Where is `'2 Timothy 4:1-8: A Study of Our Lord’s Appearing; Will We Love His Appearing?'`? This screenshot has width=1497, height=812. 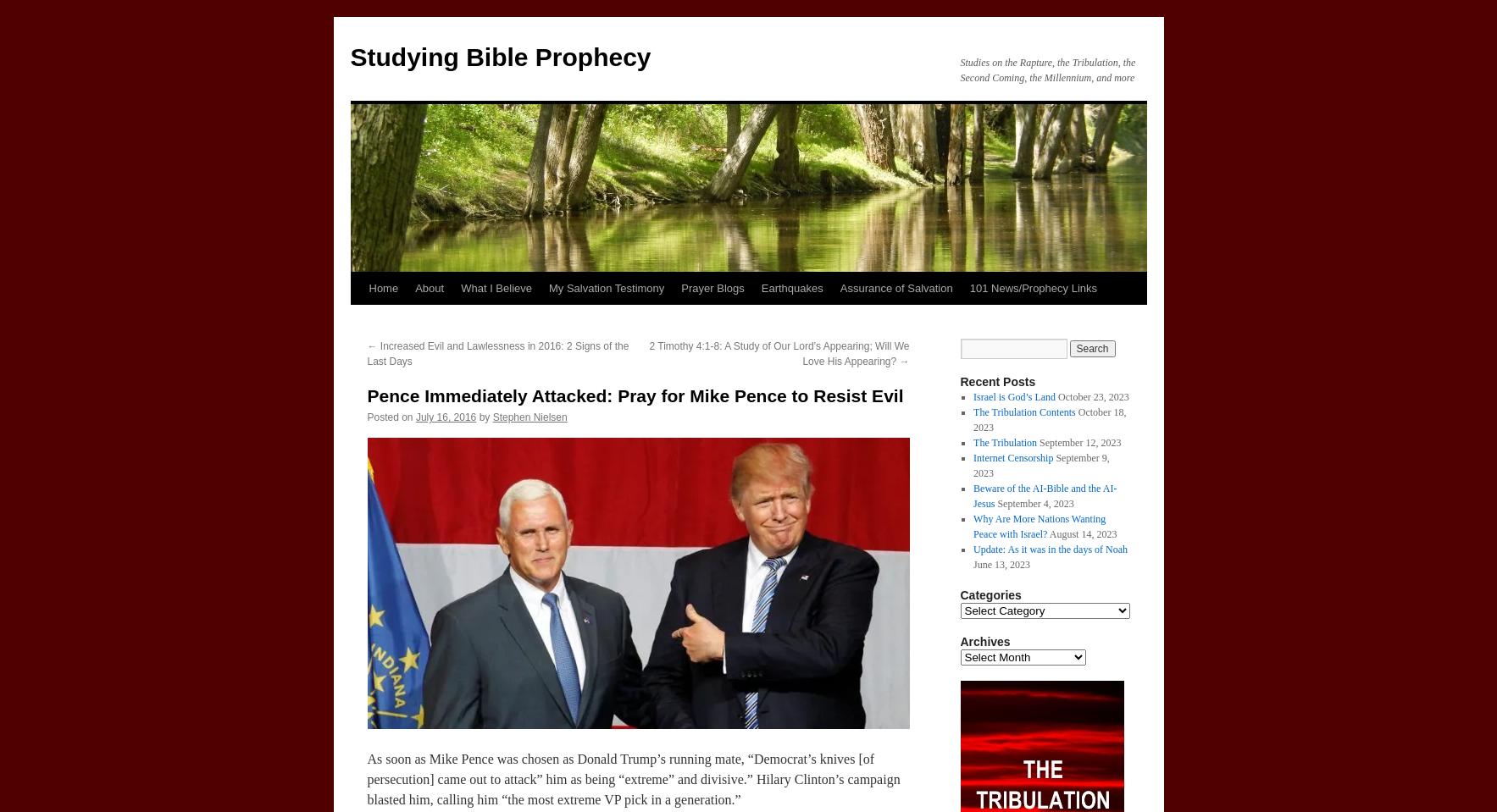 '2 Timothy 4:1-8: A Study of Our Lord’s Appearing; Will We Love His Appearing?' is located at coordinates (779, 353).